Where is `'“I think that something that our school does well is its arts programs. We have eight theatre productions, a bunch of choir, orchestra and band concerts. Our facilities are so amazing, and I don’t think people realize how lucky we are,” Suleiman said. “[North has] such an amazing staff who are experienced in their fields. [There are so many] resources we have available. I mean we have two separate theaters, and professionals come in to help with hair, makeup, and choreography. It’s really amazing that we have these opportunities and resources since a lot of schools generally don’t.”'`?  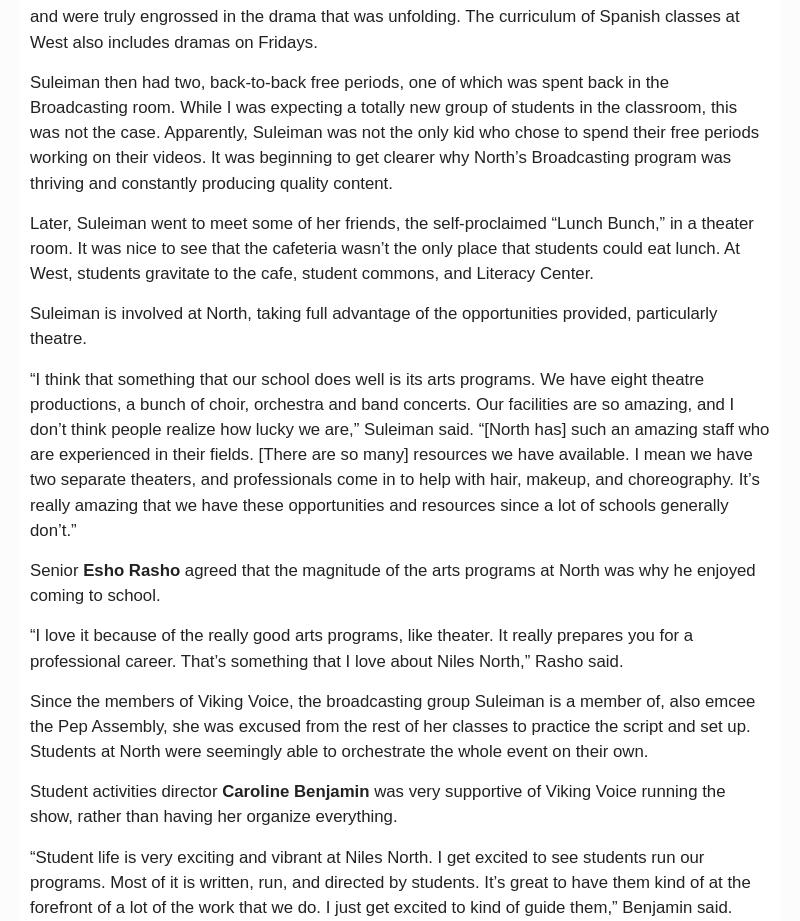
'“I think that something that our school does well is its arts programs. We have eight theatre productions, a bunch of choir, orchestra and band concerts. Our facilities are so amazing, and I don’t think people realize how lucky we are,” Suleiman said. “[North has] such an amazing staff who are experienced in their fields. [There are so many] resources we have available. I mean we have two separate theaters, and professionals come in to help with hair, makeup, and choreography. It’s really amazing that we have these opportunities and resources since a lot of schools generally don’t.”' is located at coordinates (398, 453).